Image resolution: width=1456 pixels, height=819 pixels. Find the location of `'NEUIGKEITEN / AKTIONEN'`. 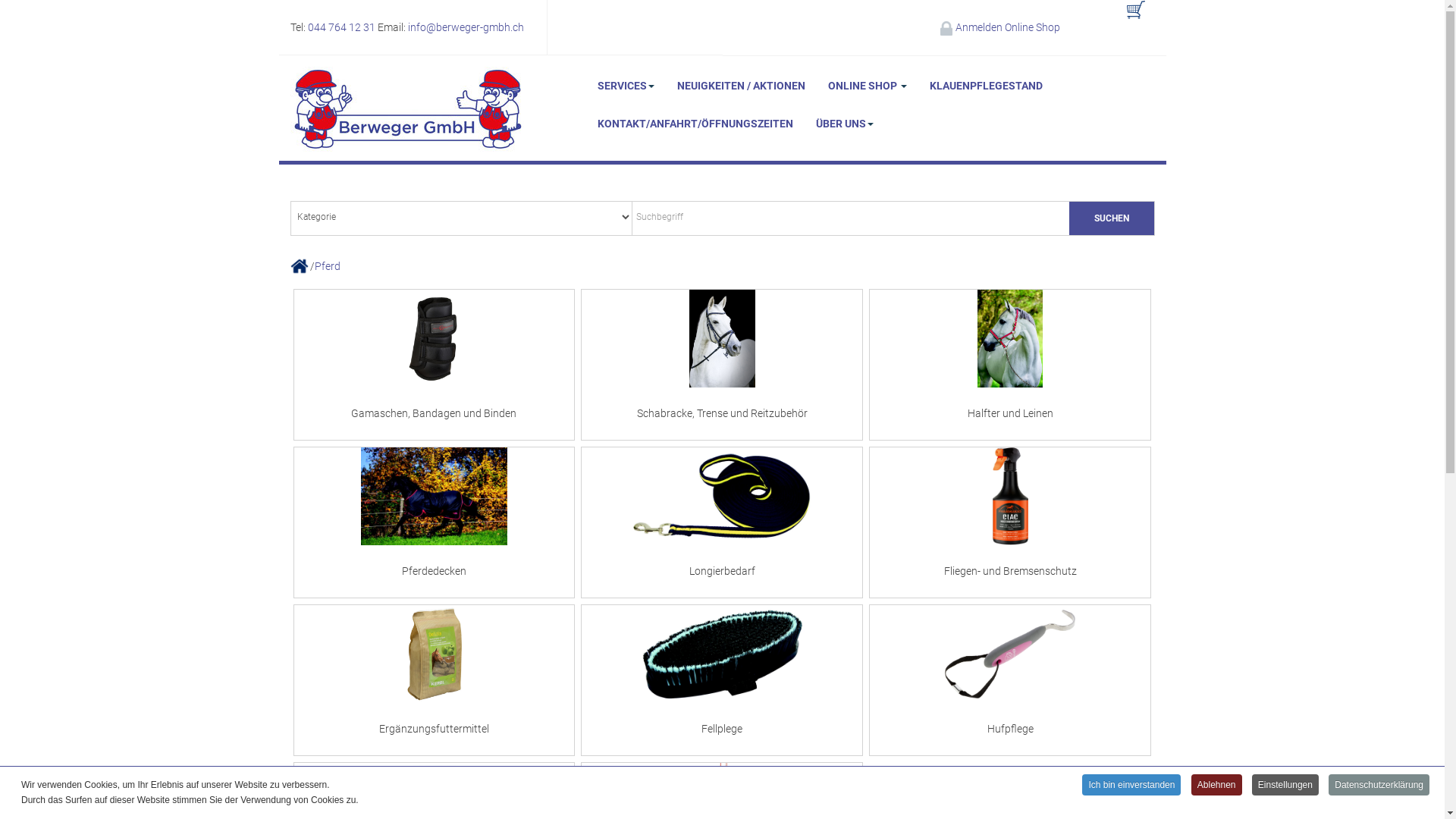

'NEUIGKEITEN / AKTIONEN' is located at coordinates (741, 85).